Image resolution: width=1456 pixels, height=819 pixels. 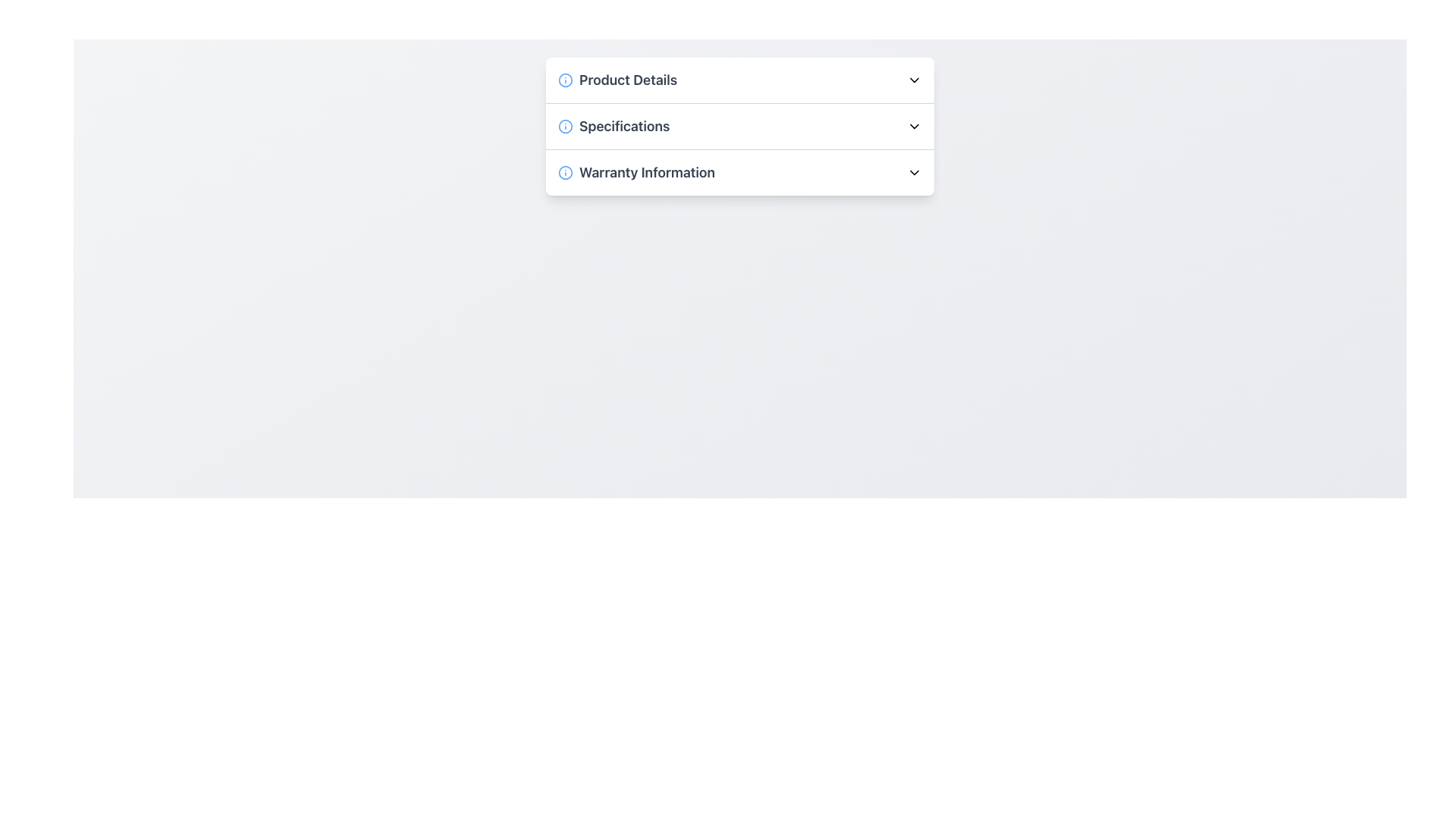 What do you see at coordinates (624, 125) in the screenshot?
I see `the third text label in the dropdown menu that serves as a section title or identifier for specifications` at bounding box center [624, 125].